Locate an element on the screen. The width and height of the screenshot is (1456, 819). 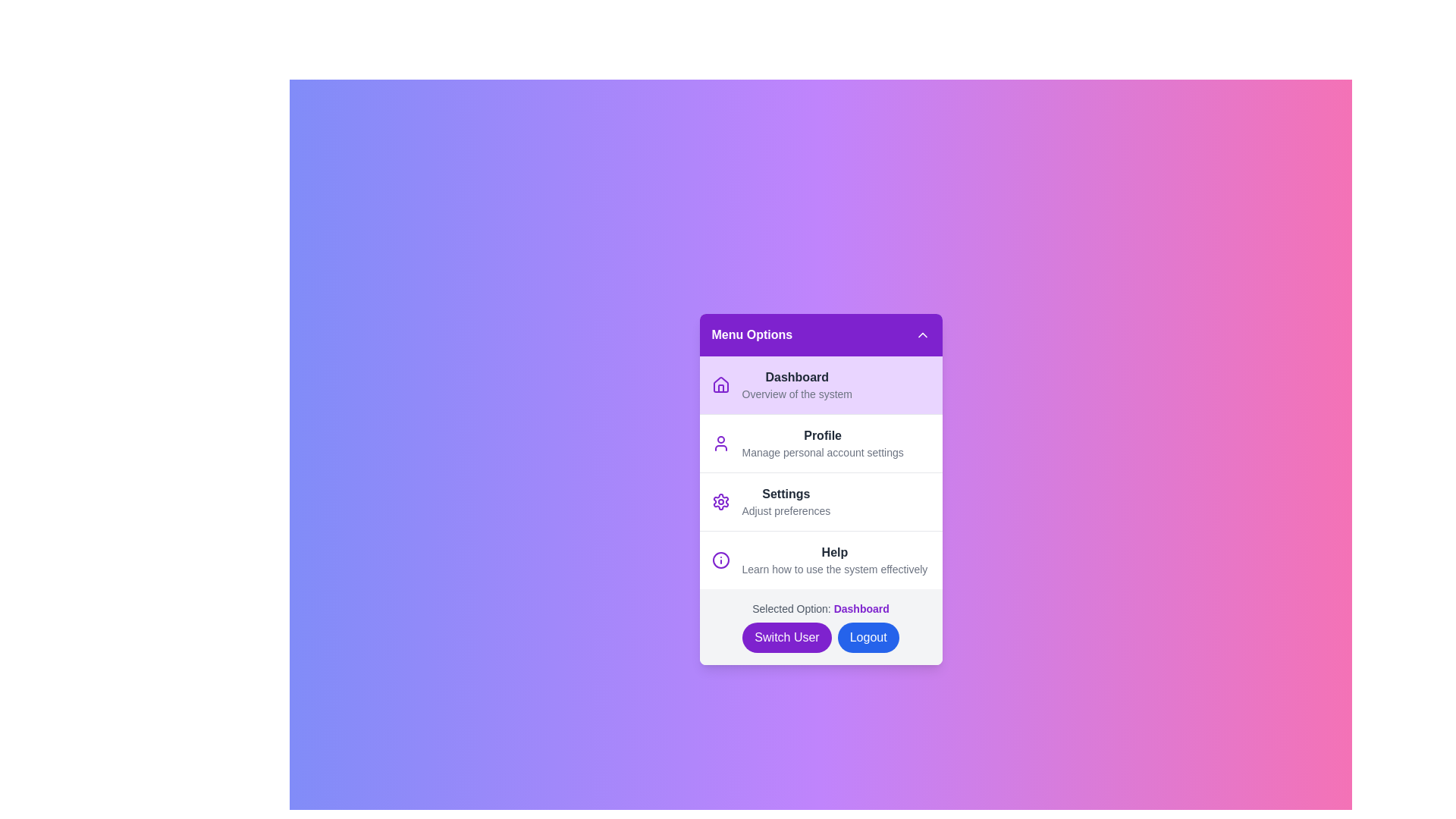
the menu item Settings from the sidebar menu is located at coordinates (820, 500).